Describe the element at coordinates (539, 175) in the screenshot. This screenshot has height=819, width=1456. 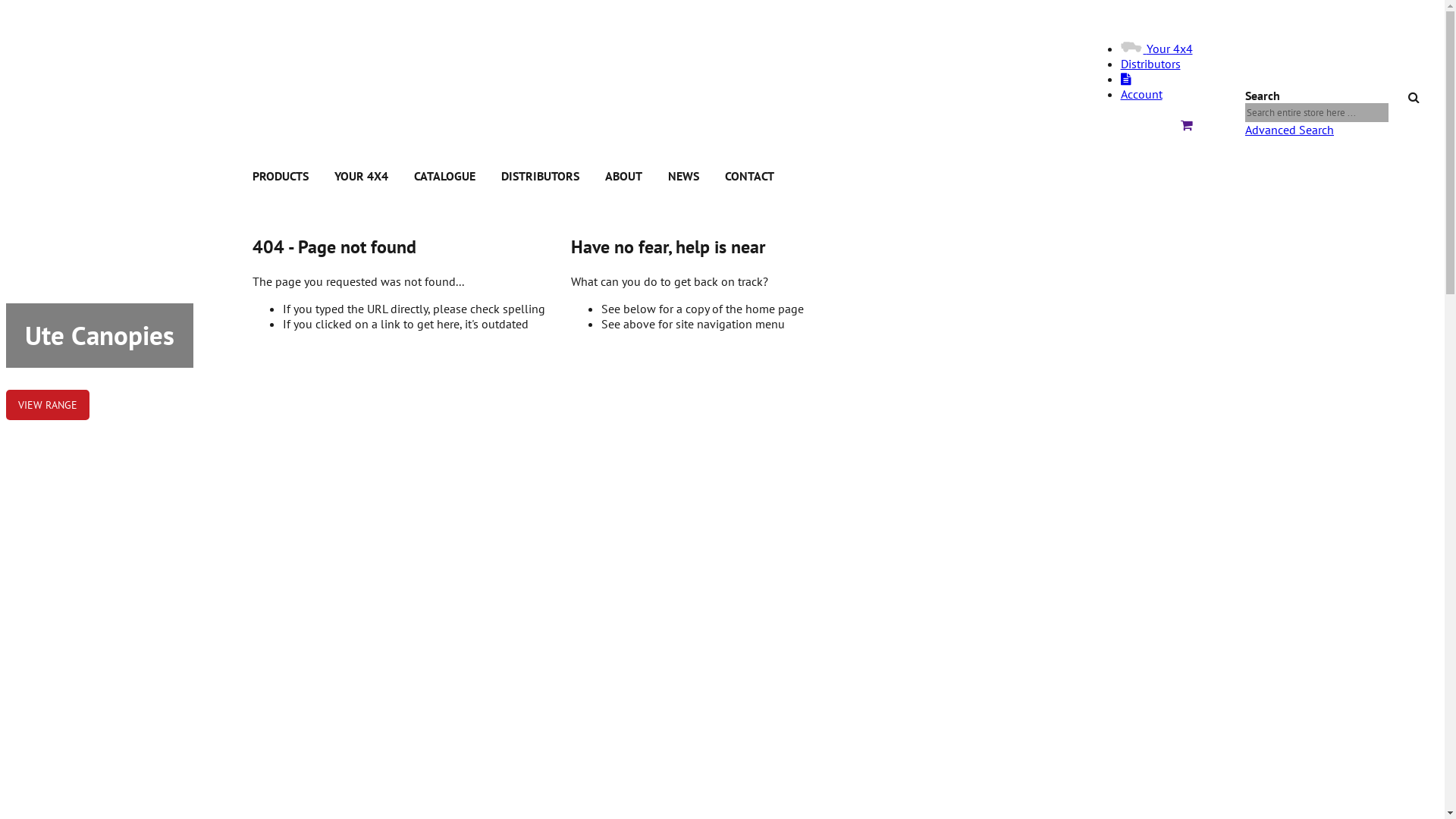
I see `'DISTRIBUTORS'` at that location.